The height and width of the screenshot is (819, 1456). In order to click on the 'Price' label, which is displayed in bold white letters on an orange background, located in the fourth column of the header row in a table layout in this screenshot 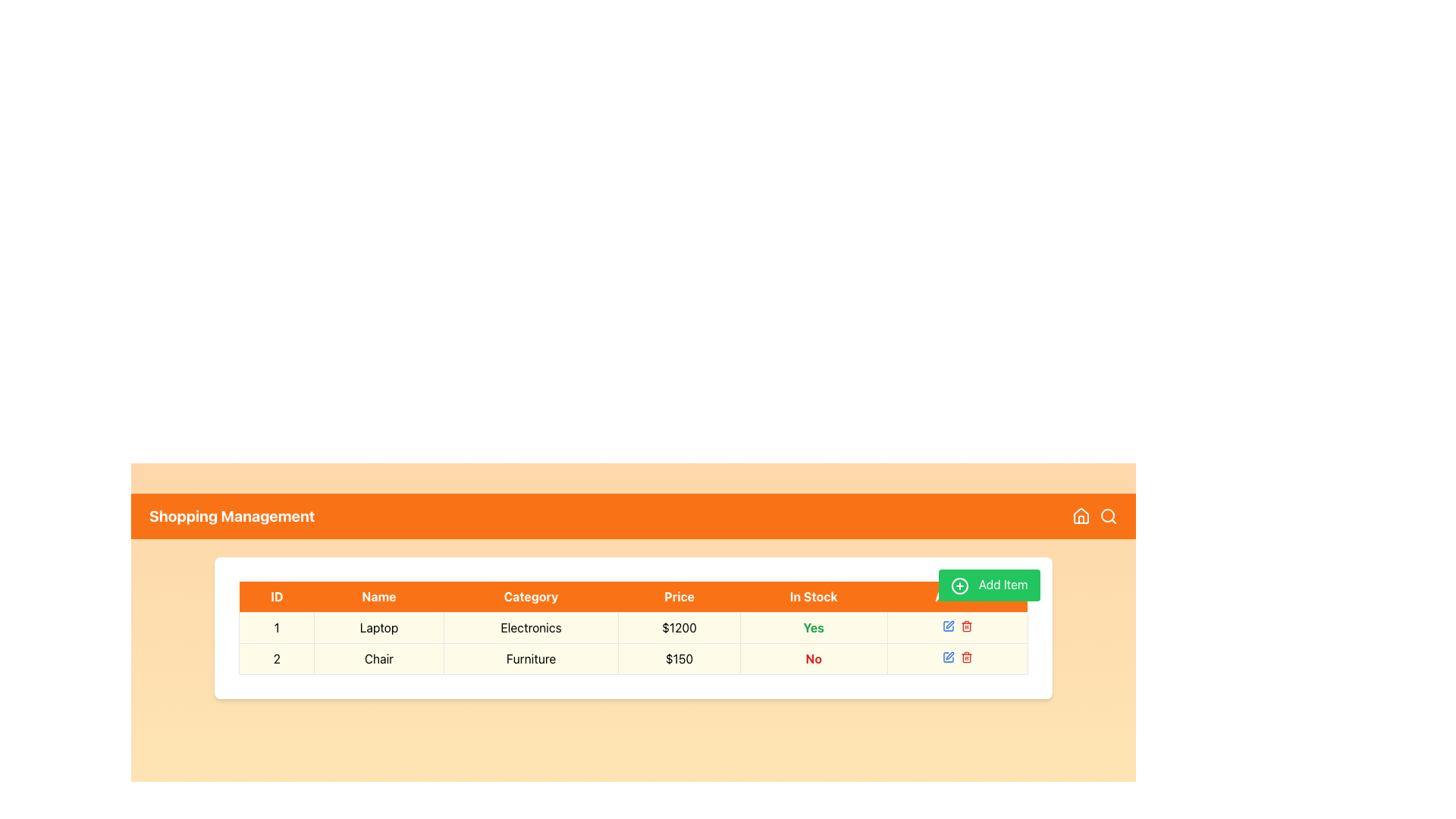, I will do `click(679, 596)`.